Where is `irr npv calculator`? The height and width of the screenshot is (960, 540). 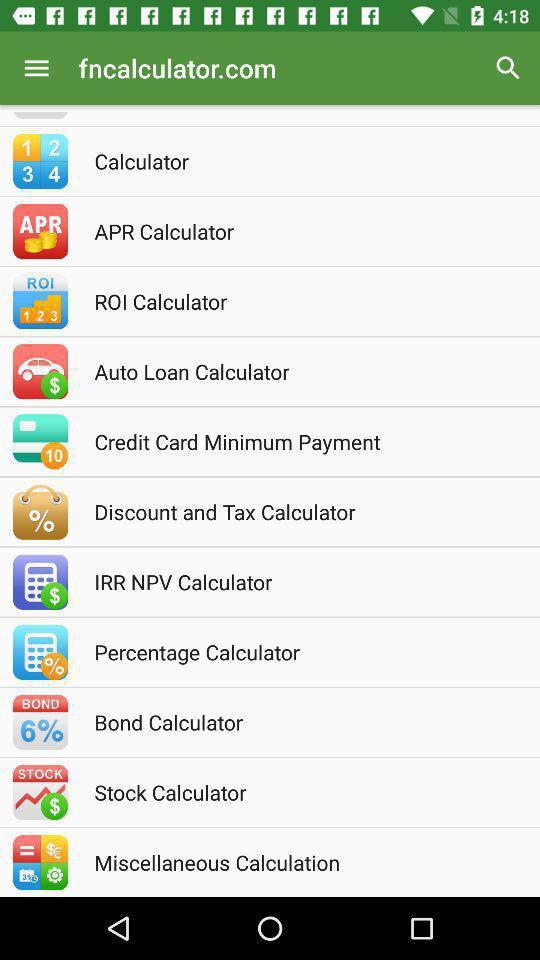 irr npv calculator is located at coordinates (296, 581).